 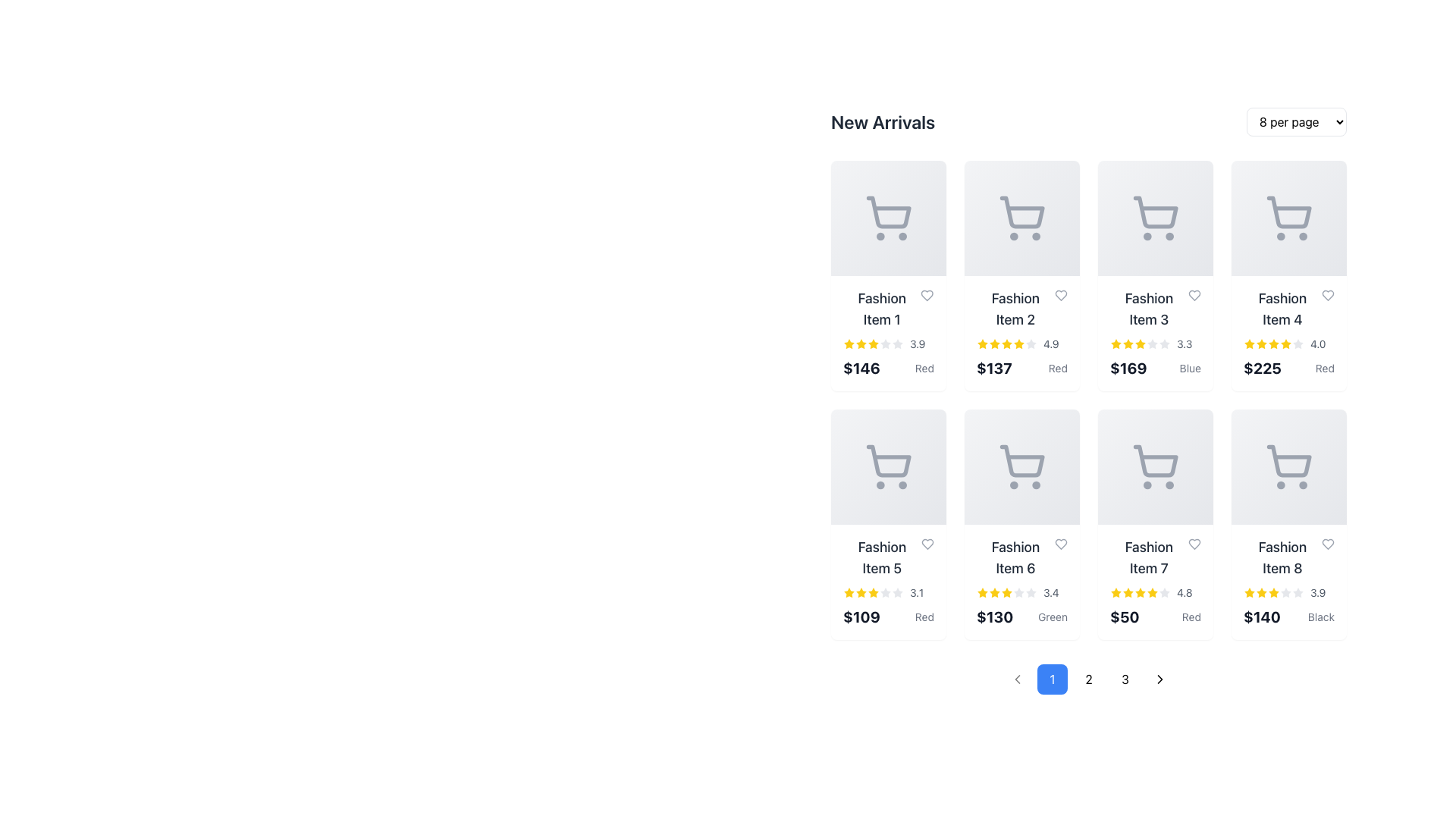 I want to click on the third star icon in the rating section of the product card for 'Fashion Item 3' to interact and possibly rate the product, so click(x=1128, y=344).